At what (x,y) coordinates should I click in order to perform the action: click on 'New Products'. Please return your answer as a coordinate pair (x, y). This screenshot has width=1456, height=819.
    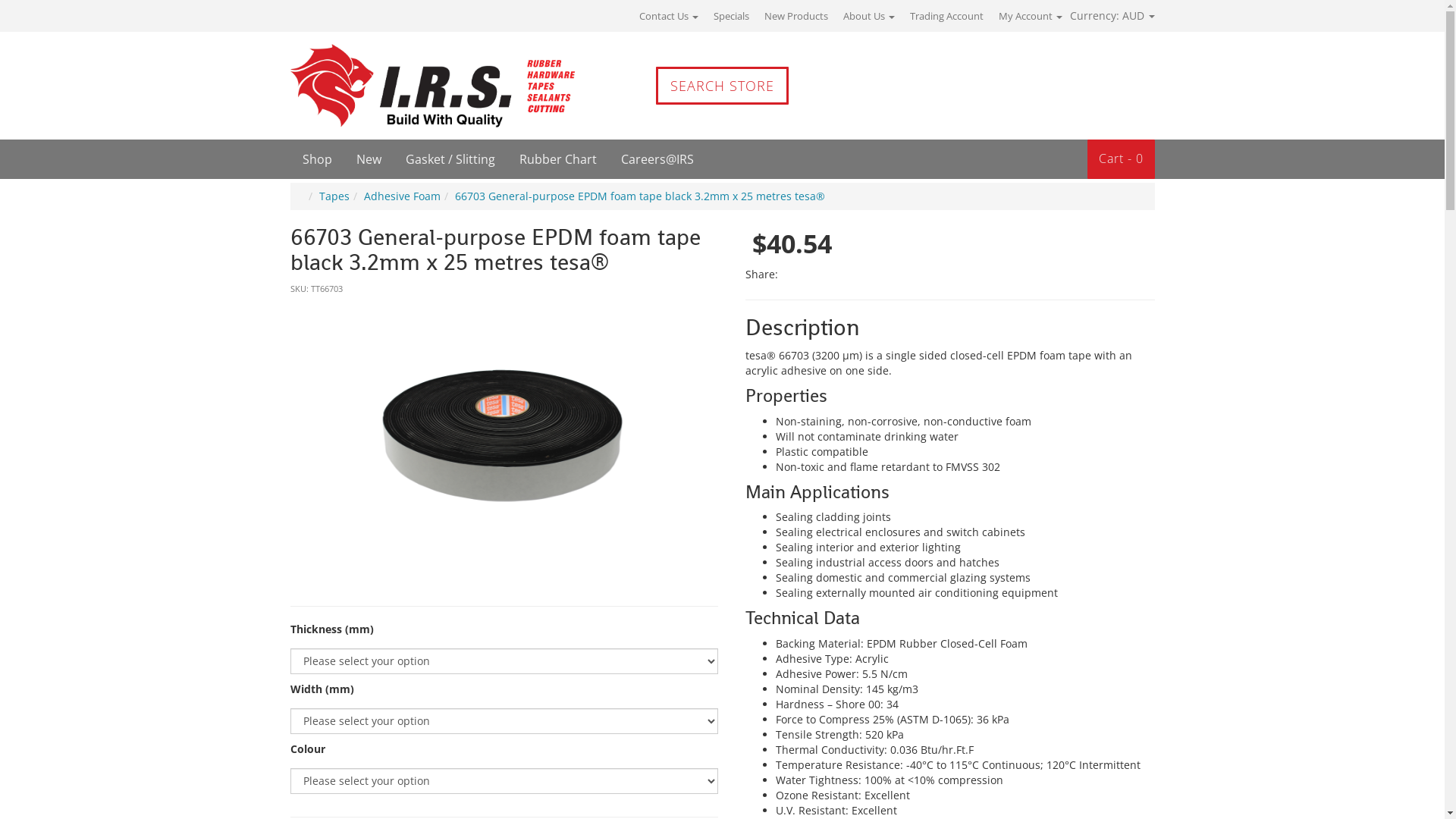
    Looking at the image, I should click on (795, 15).